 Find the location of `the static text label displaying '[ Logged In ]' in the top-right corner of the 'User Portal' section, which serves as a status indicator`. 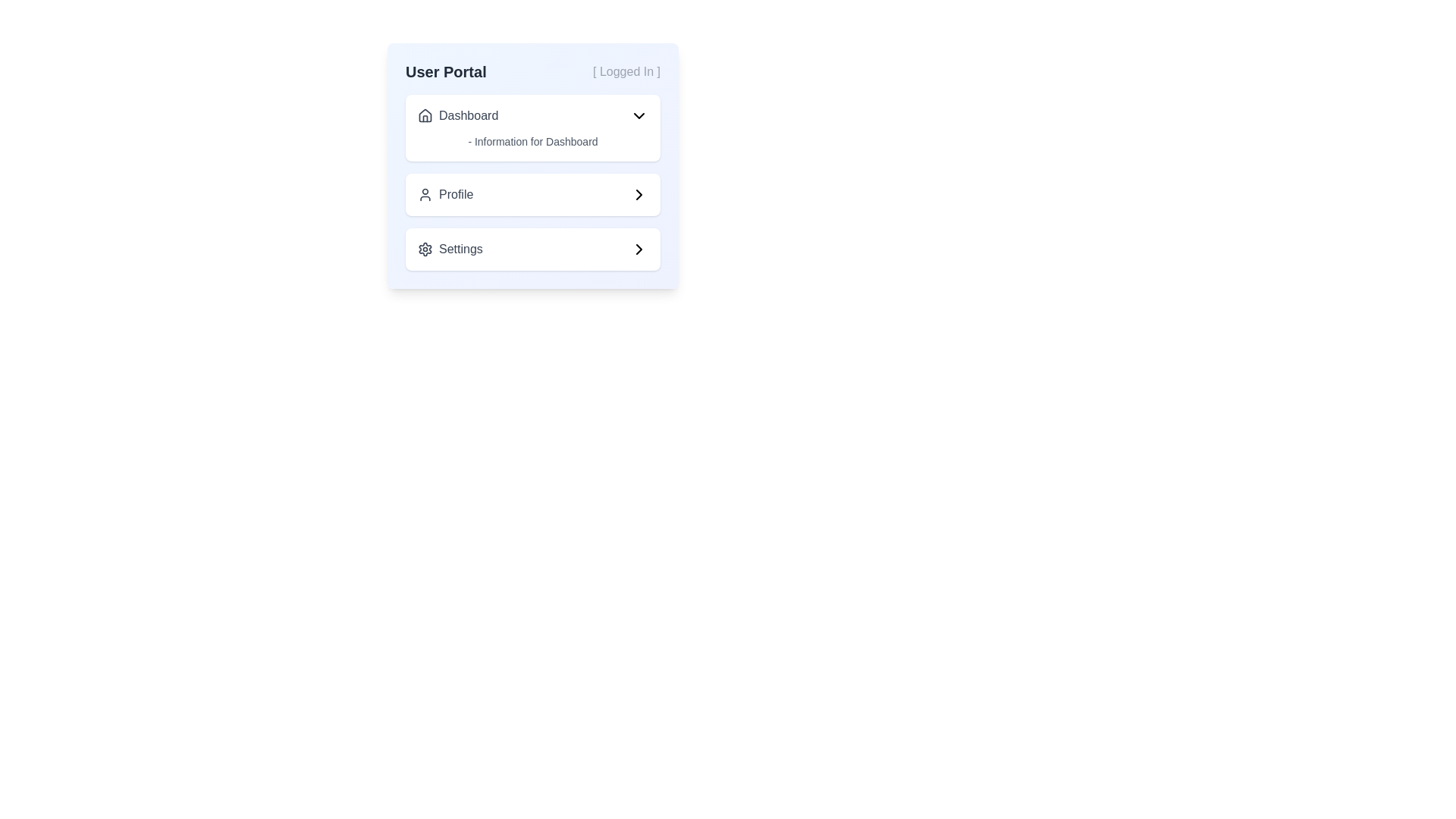

the static text label displaying '[ Logged In ]' in the top-right corner of the 'User Portal' section, which serves as a status indicator is located at coordinates (626, 72).